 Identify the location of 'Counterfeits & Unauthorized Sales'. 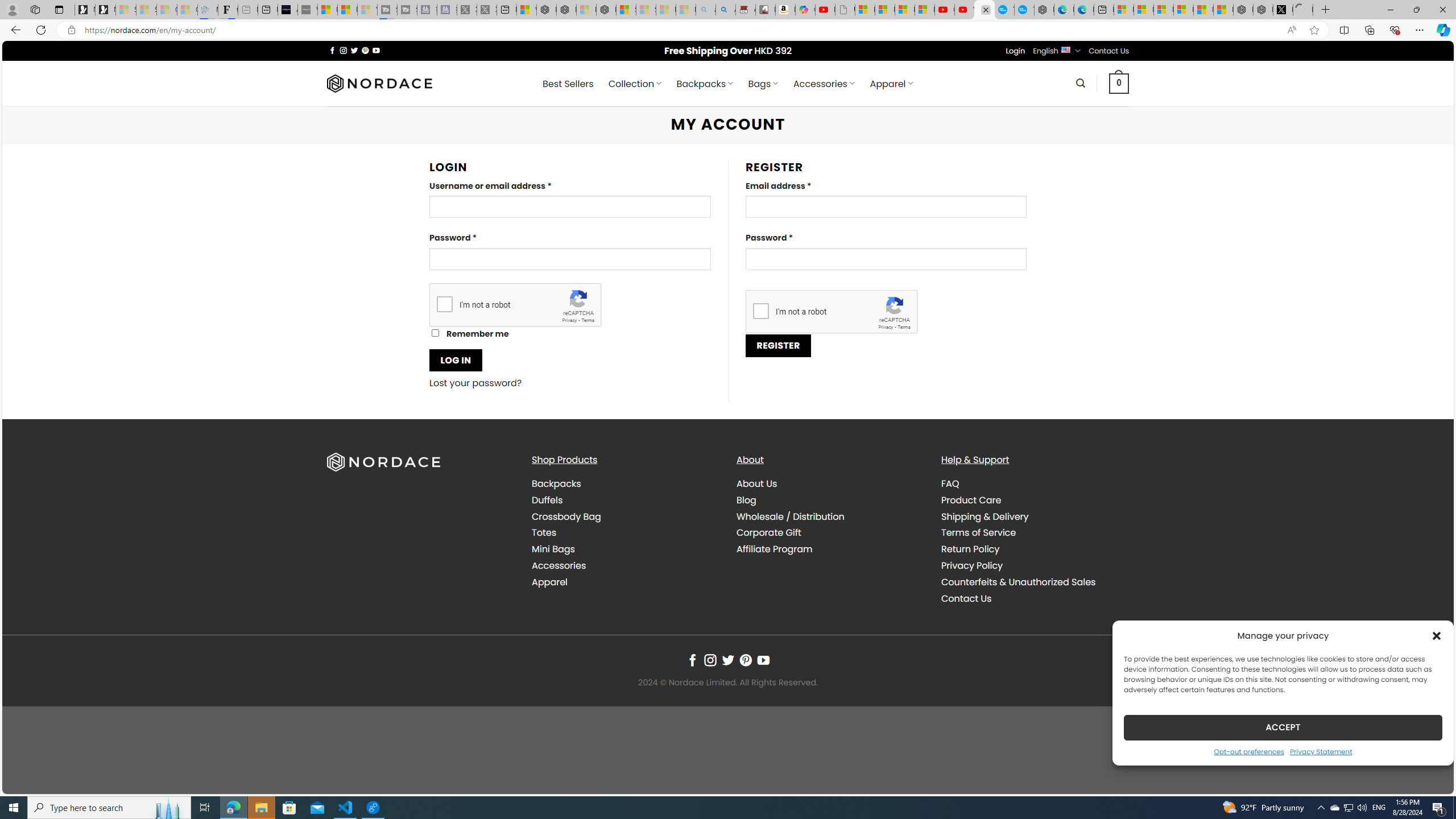
(1034, 581).